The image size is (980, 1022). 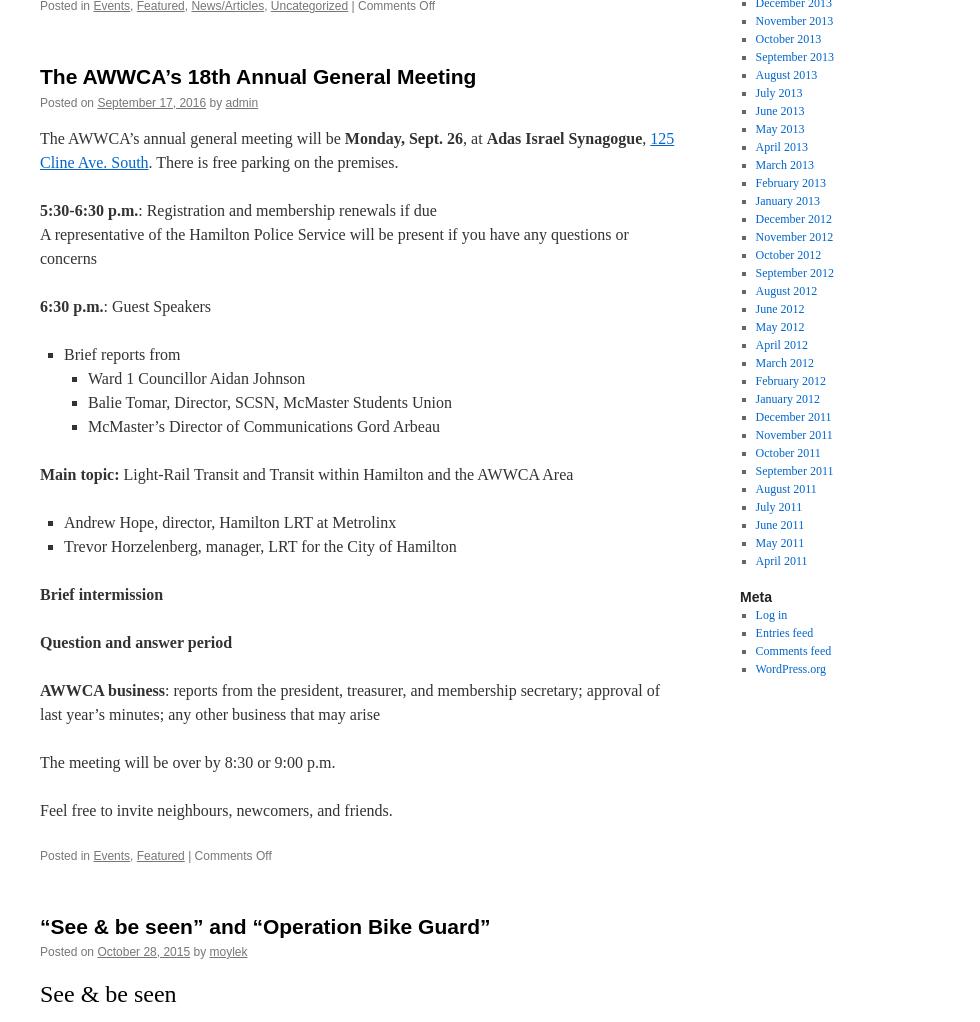 What do you see at coordinates (563, 137) in the screenshot?
I see `'Adas Israel Synagogue'` at bounding box center [563, 137].